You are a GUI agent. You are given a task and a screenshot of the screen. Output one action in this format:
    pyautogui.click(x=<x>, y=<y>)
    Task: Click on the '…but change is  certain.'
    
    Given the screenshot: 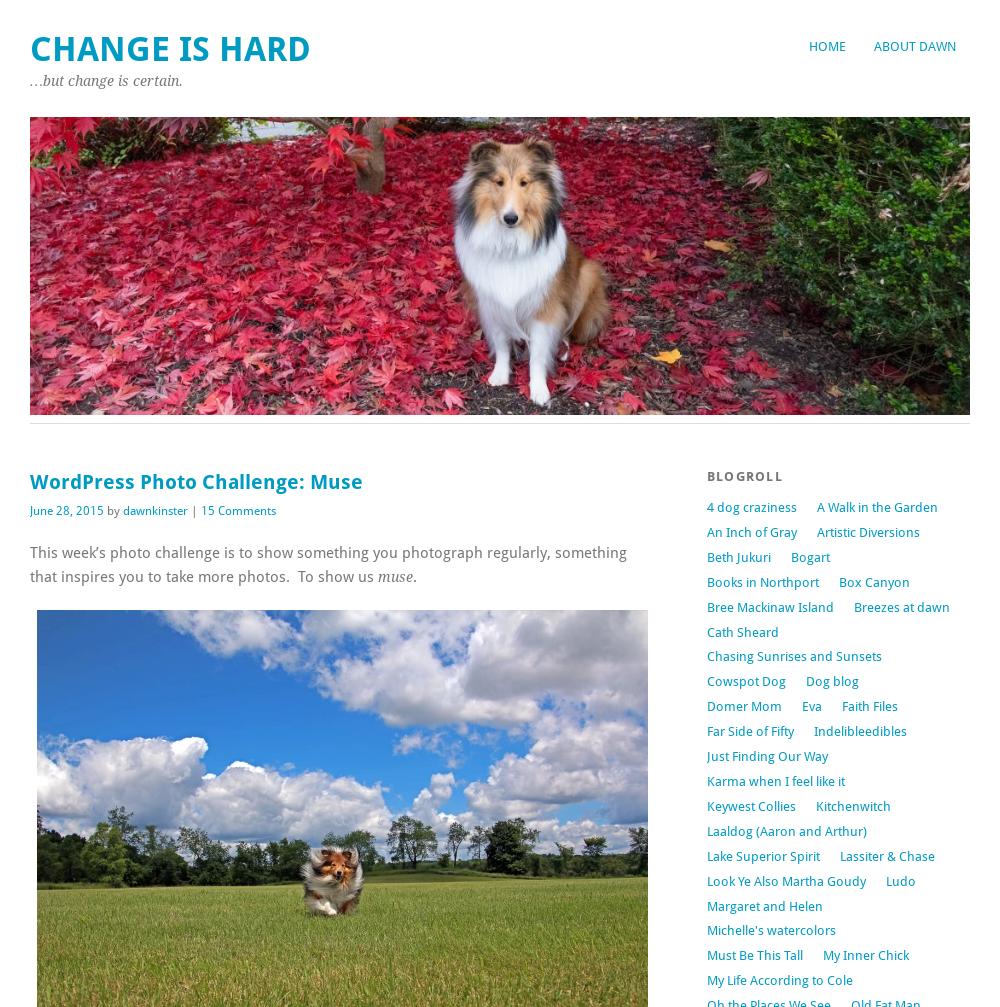 What is the action you would take?
    pyautogui.click(x=105, y=80)
    